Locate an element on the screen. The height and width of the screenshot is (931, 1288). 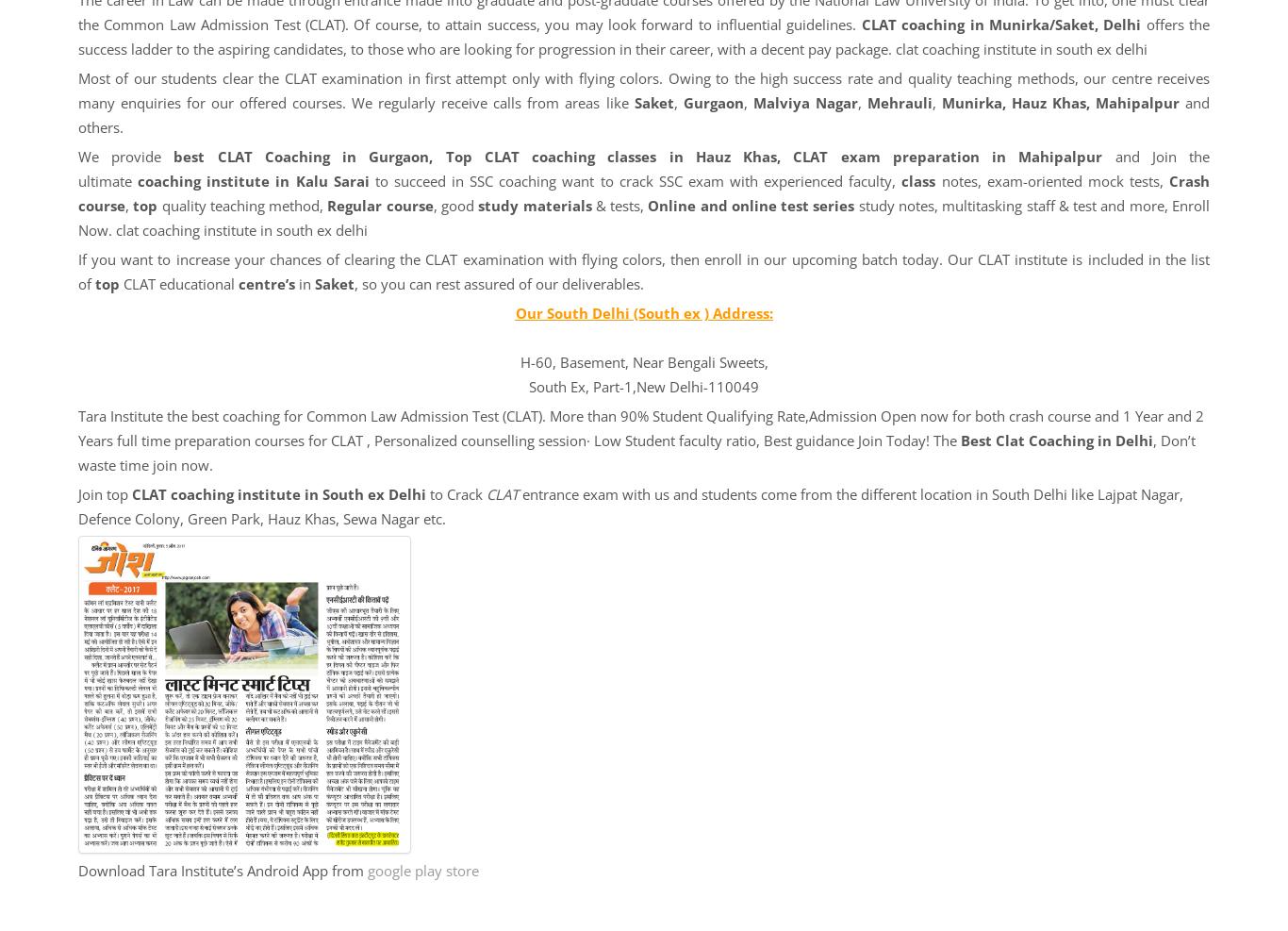
'Gurgaon' is located at coordinates (712, 102).